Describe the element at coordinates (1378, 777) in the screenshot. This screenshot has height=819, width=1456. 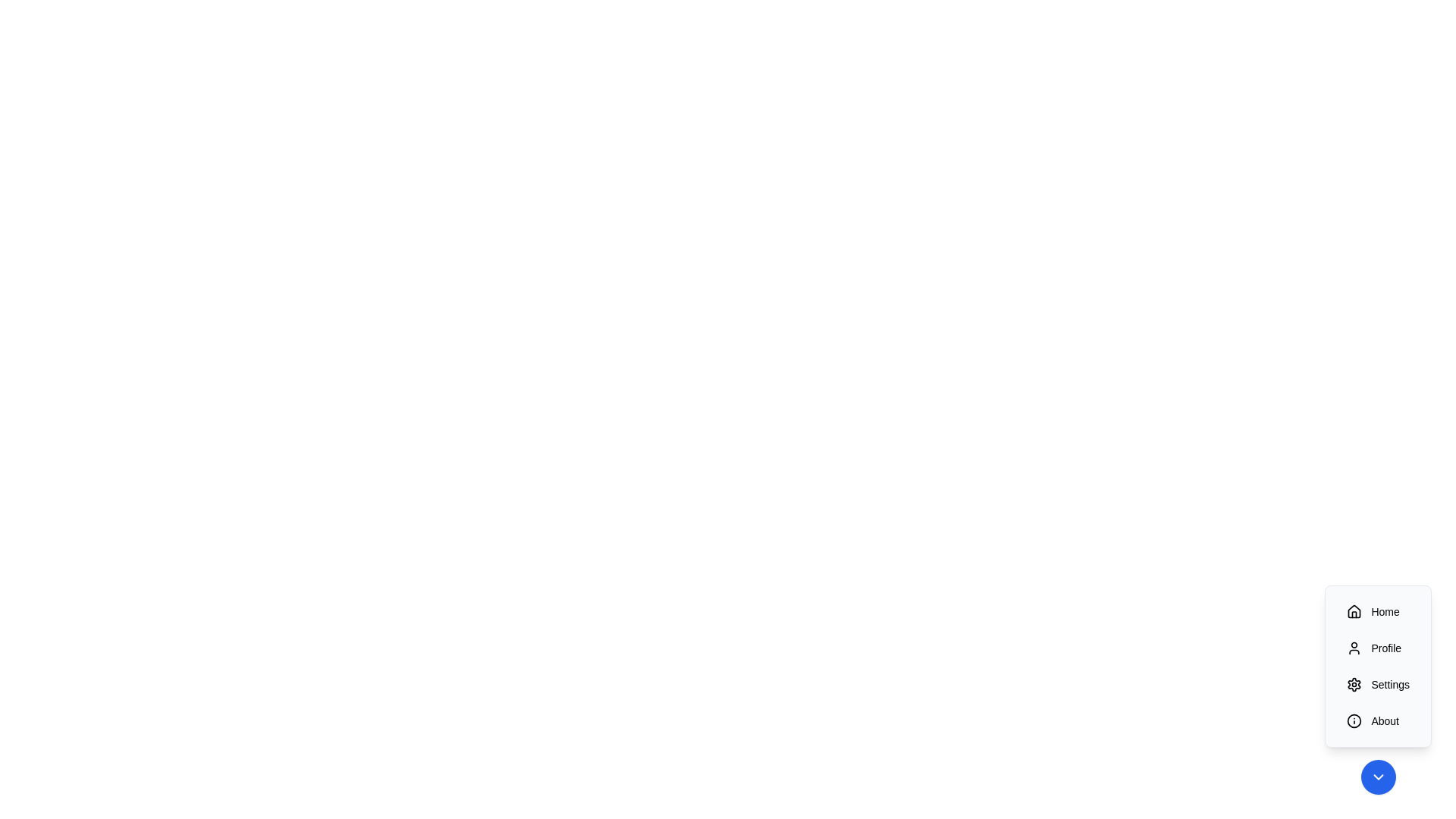
I see `the blue button with the chevron icon to toggle the menu visibility` at that location.